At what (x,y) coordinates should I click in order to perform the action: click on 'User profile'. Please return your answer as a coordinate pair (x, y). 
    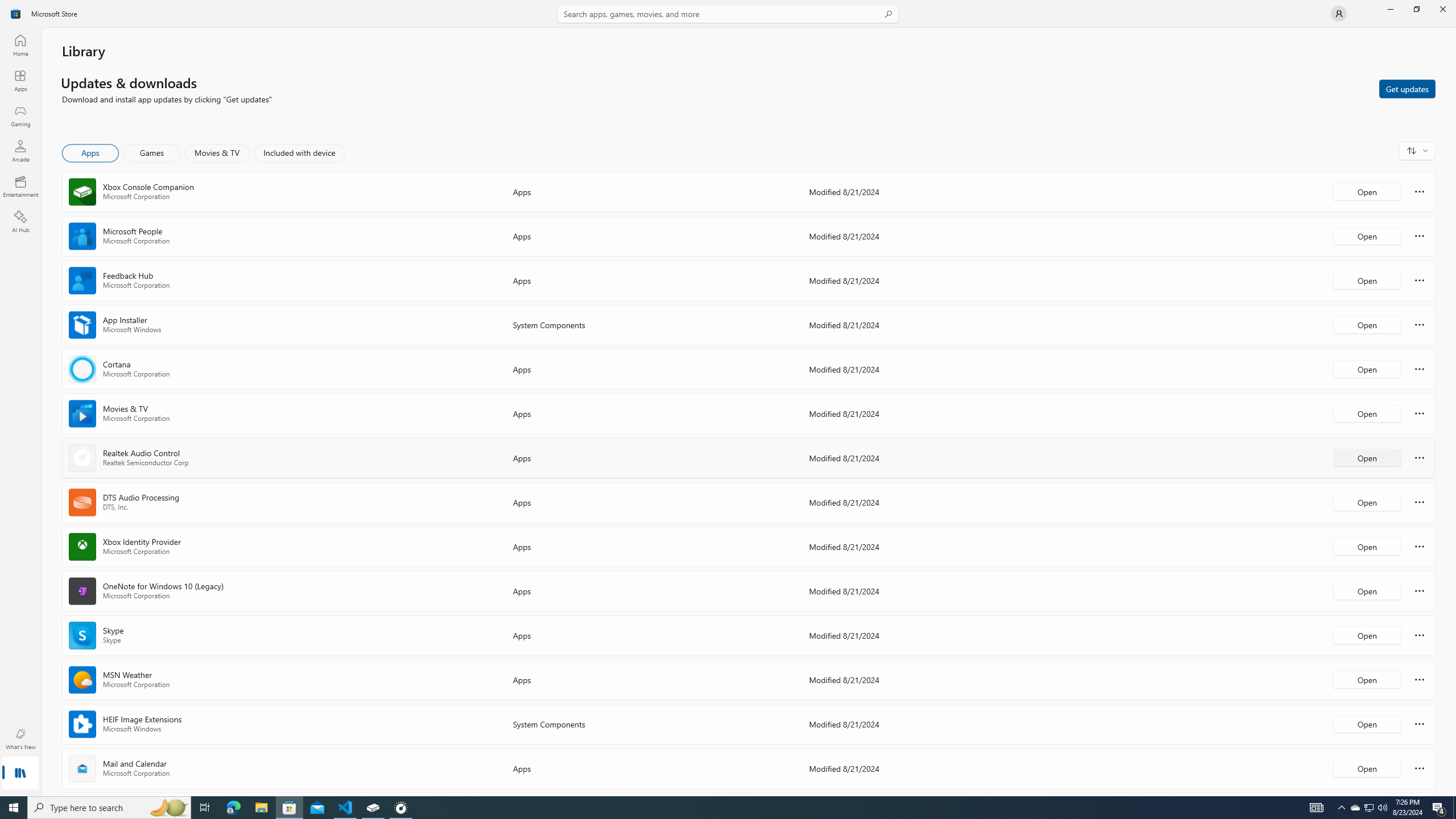
    Looking at the image, I should click on (1338, 13).